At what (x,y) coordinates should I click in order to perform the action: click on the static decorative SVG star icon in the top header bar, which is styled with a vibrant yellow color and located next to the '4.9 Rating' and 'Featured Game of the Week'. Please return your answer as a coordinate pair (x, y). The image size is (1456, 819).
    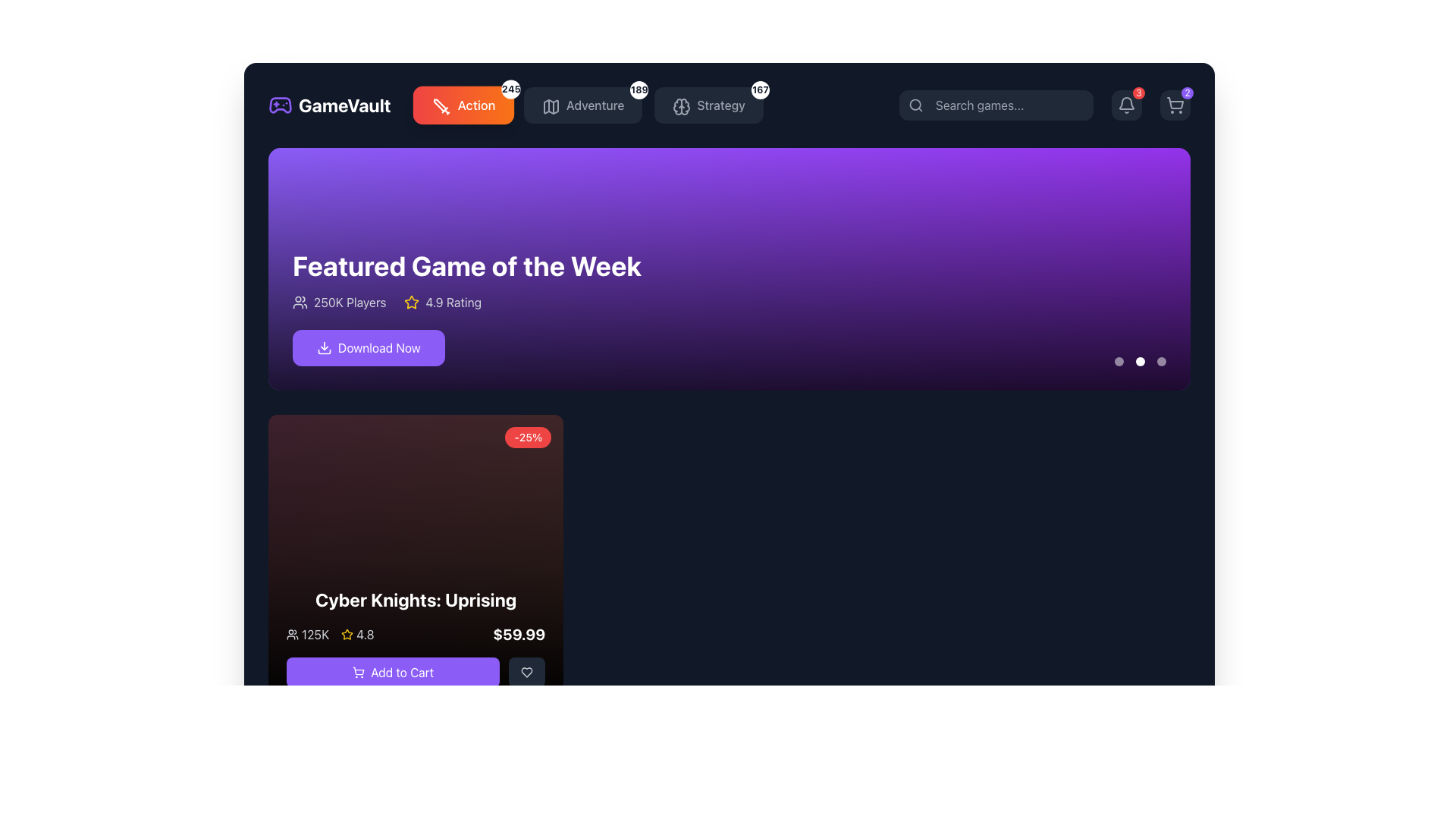
    Looking at the image, I should click on (412, 302).